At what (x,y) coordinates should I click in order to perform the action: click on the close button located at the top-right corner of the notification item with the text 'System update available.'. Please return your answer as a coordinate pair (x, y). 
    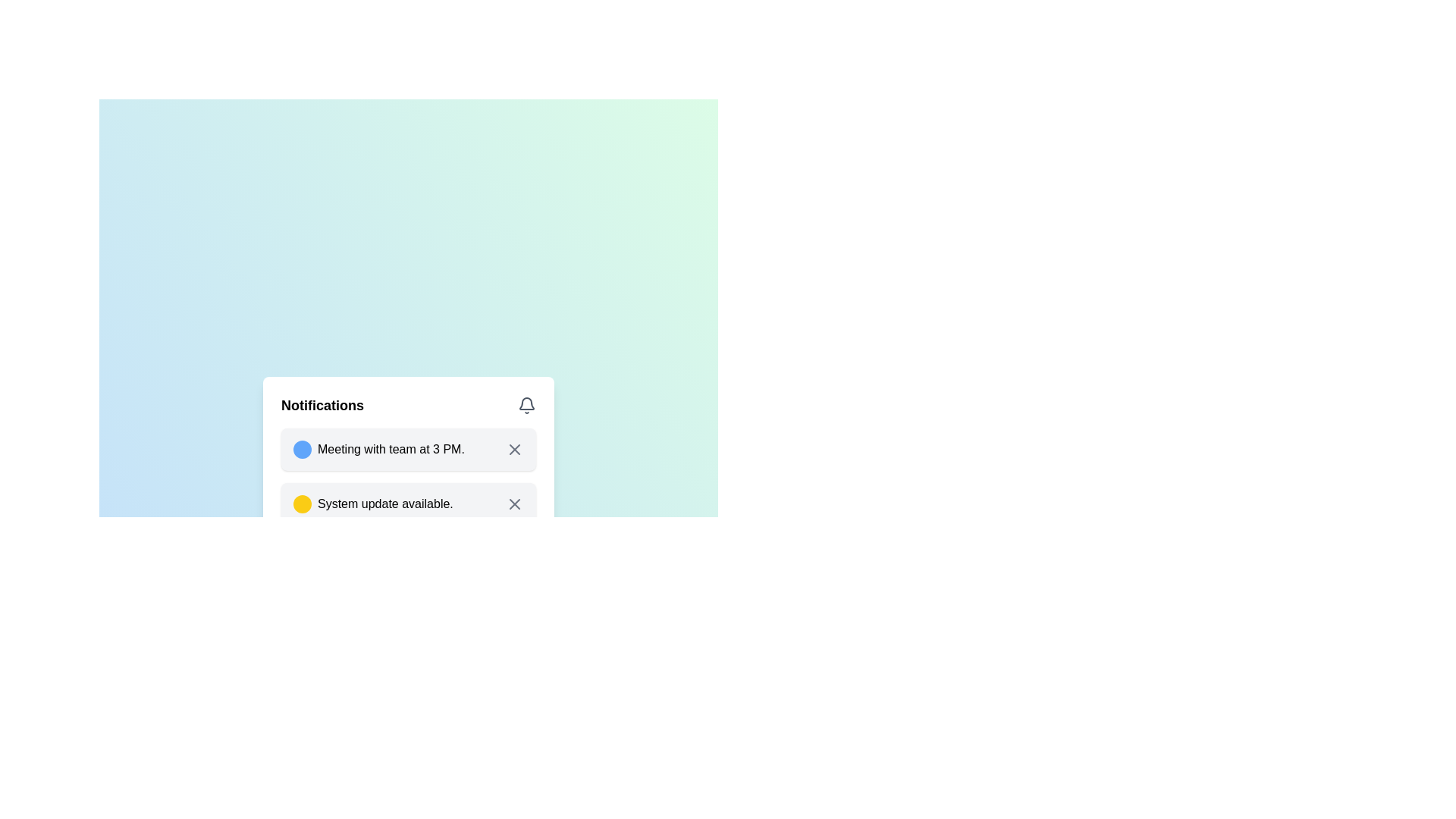
    Looking at the image, I should click on (514, 504).